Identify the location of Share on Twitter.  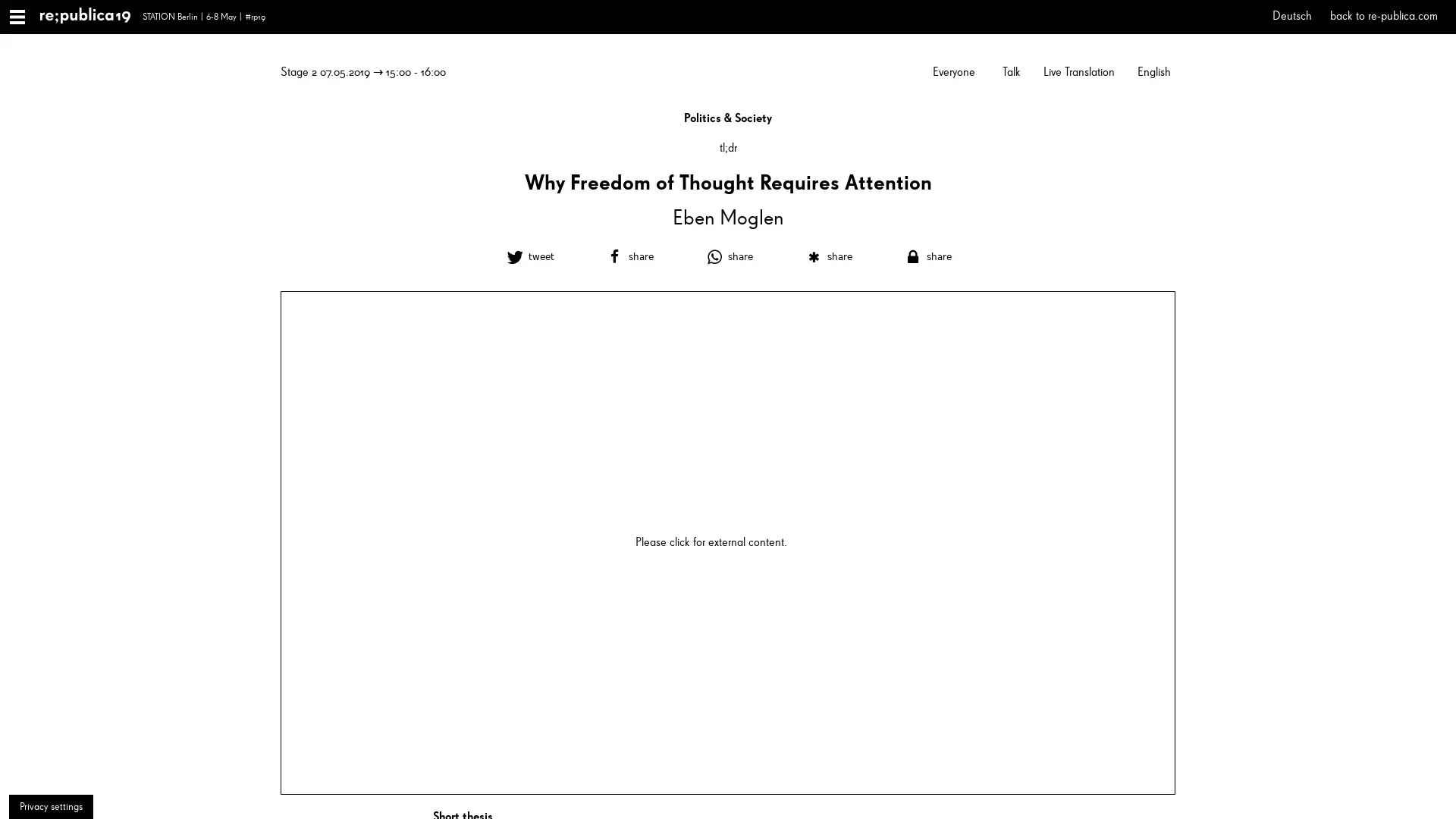
(528, 256).